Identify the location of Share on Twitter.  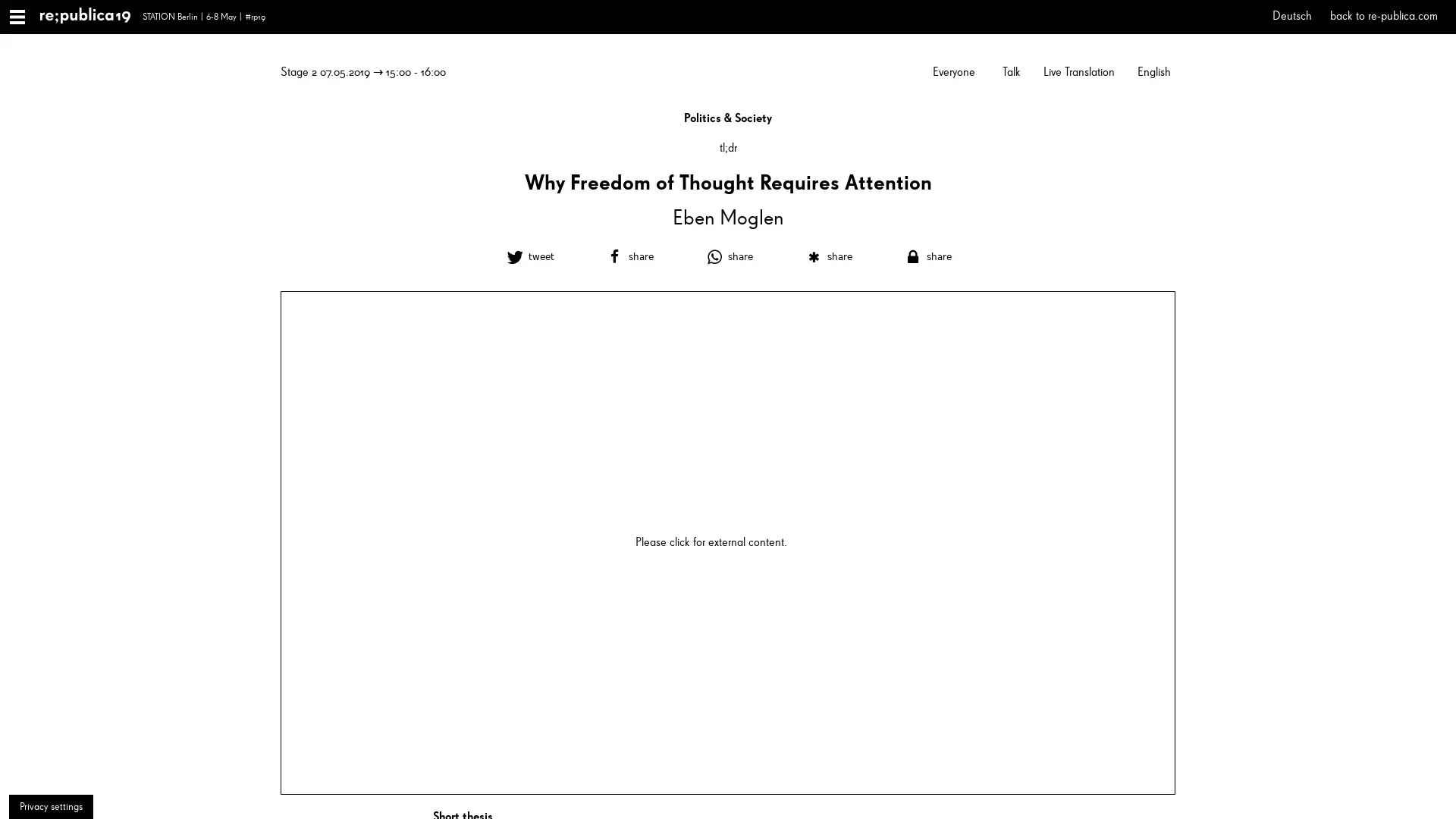
(528, 256).